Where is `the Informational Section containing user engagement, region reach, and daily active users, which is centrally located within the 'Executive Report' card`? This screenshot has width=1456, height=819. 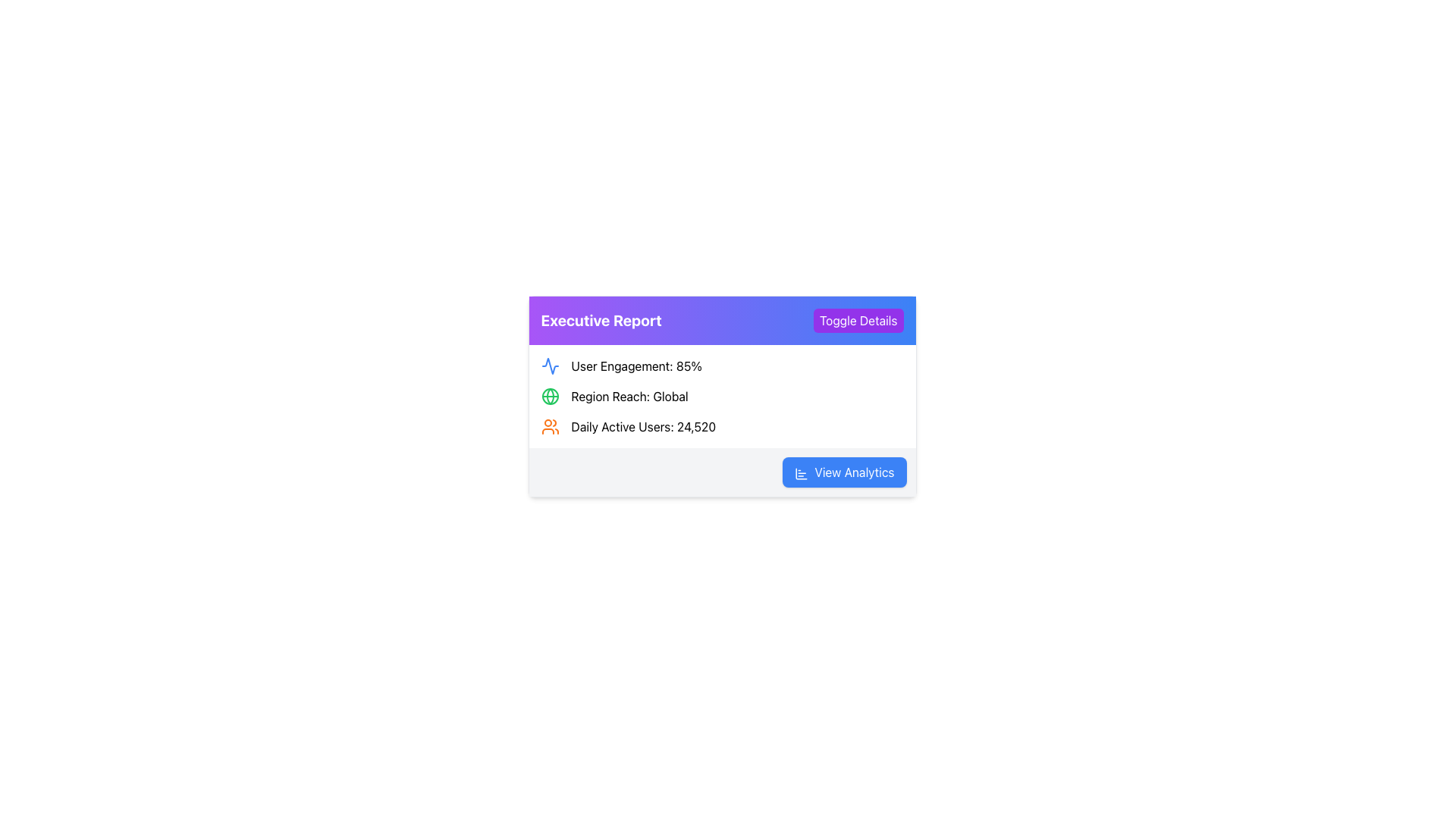 the Informational Section containing user engagement, region reach, and daily active users, which is centrally located within the 'Executive Report' card is located at coordinates (721, 396).